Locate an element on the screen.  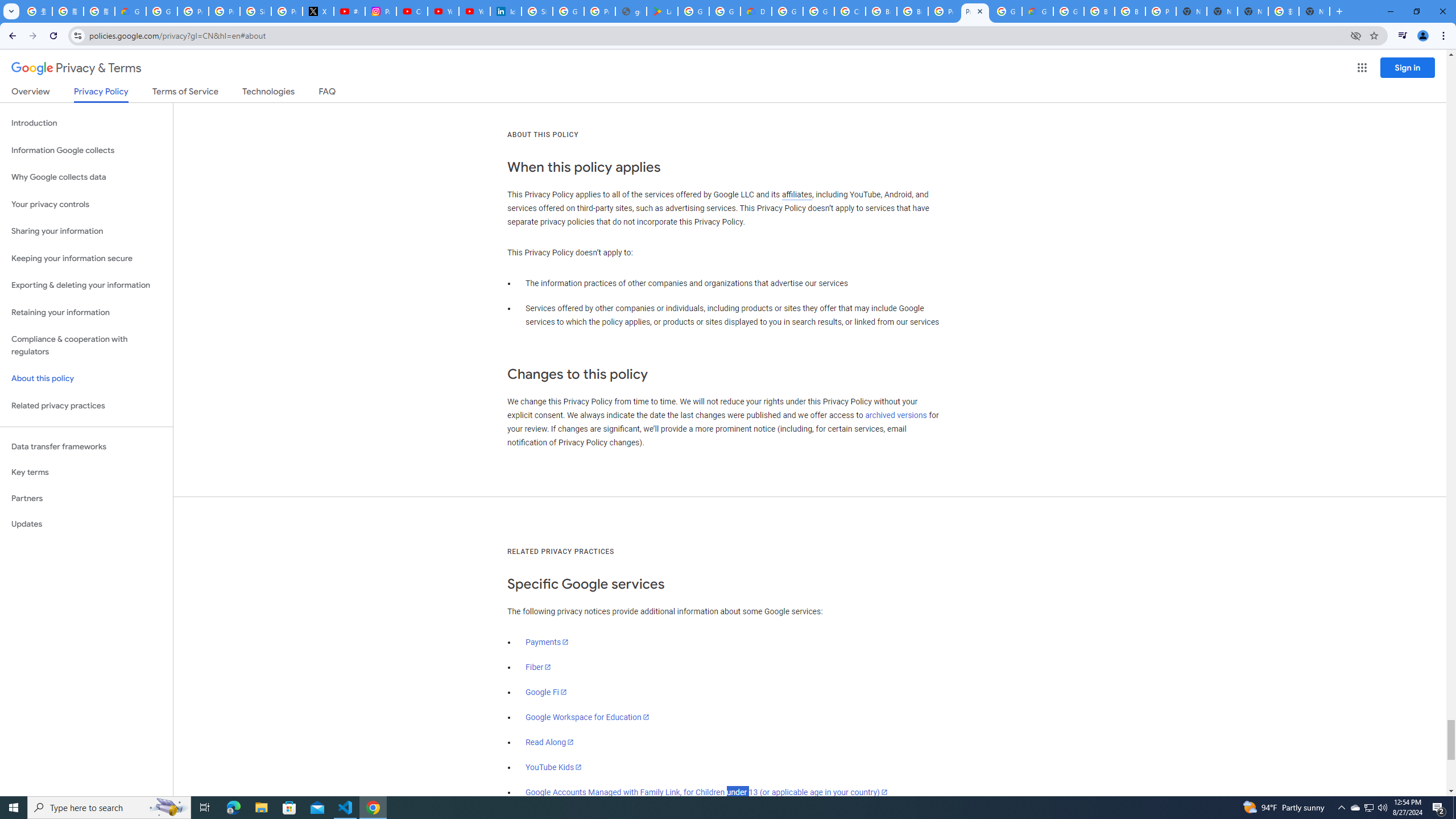
'Technologies' is located at coordinates (268, 93).